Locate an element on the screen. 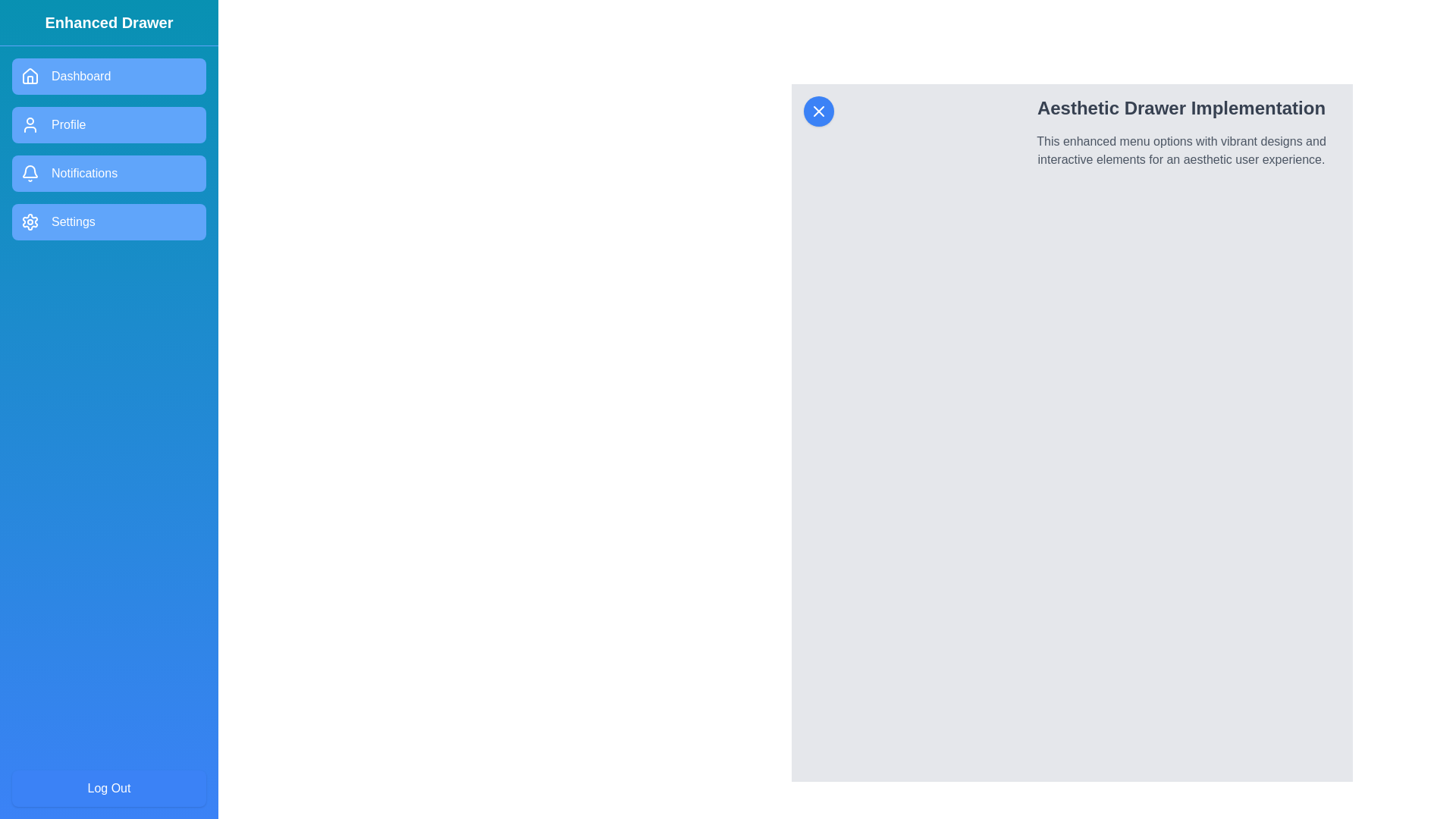 The image size is (1456, 819). the 'X' icon within the blue circular button located in the top-left corner of the right panel, near the title text 'Aesthetic Drawer Implementation' is located at coordinates (818, 110).